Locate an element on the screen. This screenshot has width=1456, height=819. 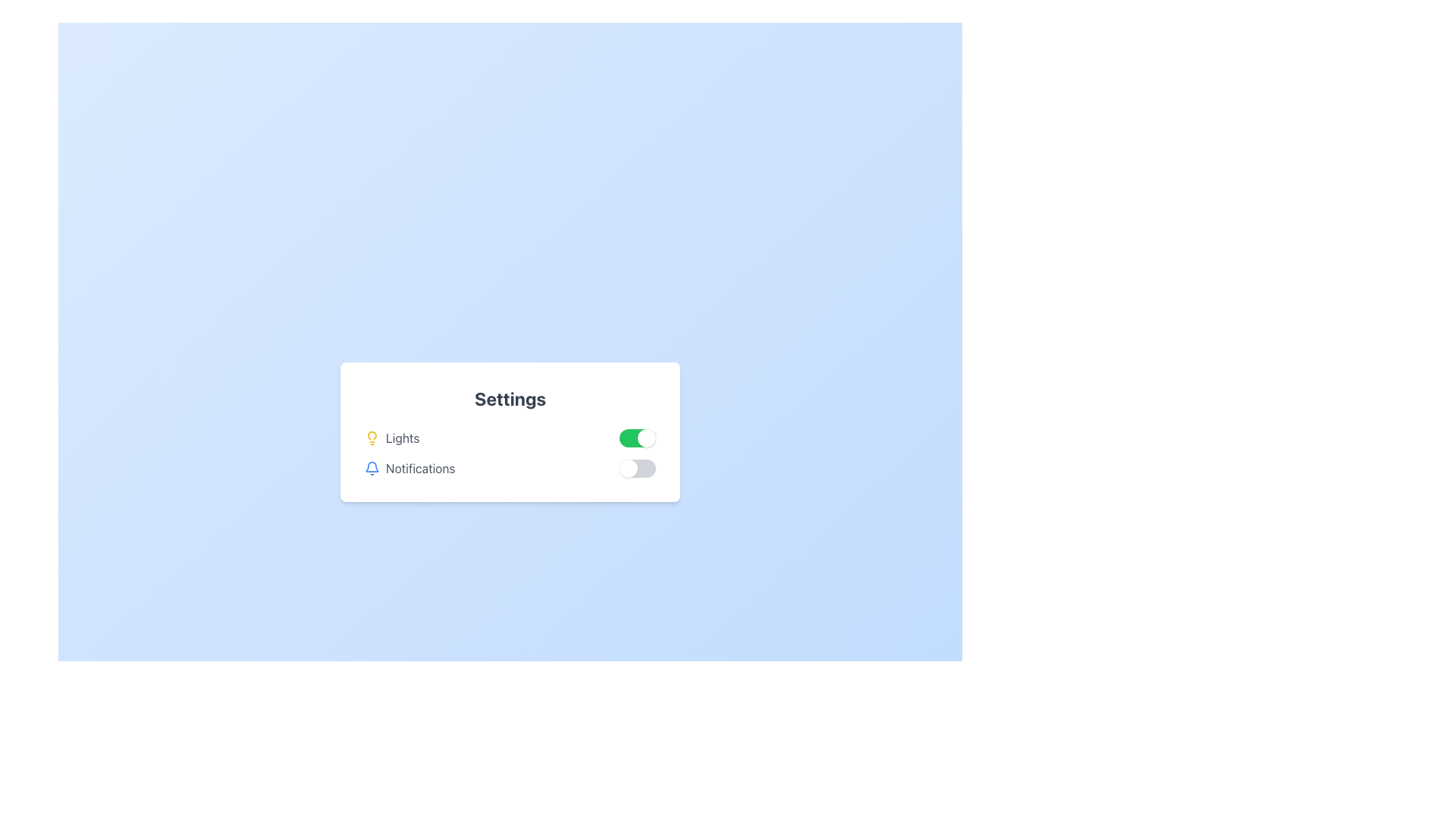
the 'Notifications' text label, which is displayed in gray font and positioned to the right of a blue bell icon within a settings modal is located at coordinates (420, 467).